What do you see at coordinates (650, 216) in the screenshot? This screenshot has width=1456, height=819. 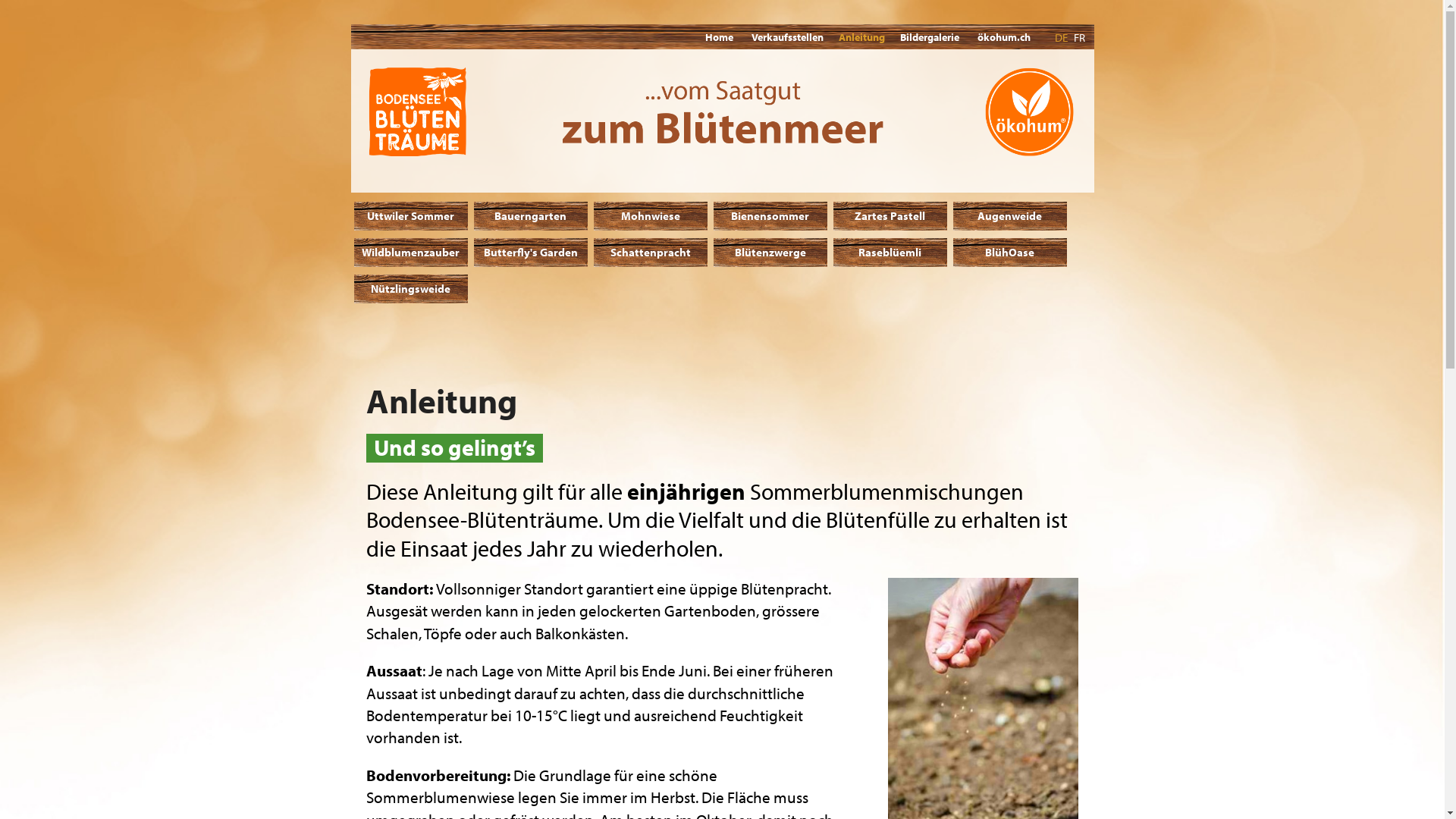 I see `'Mohnwiese'` at bounding box center [650, 216].